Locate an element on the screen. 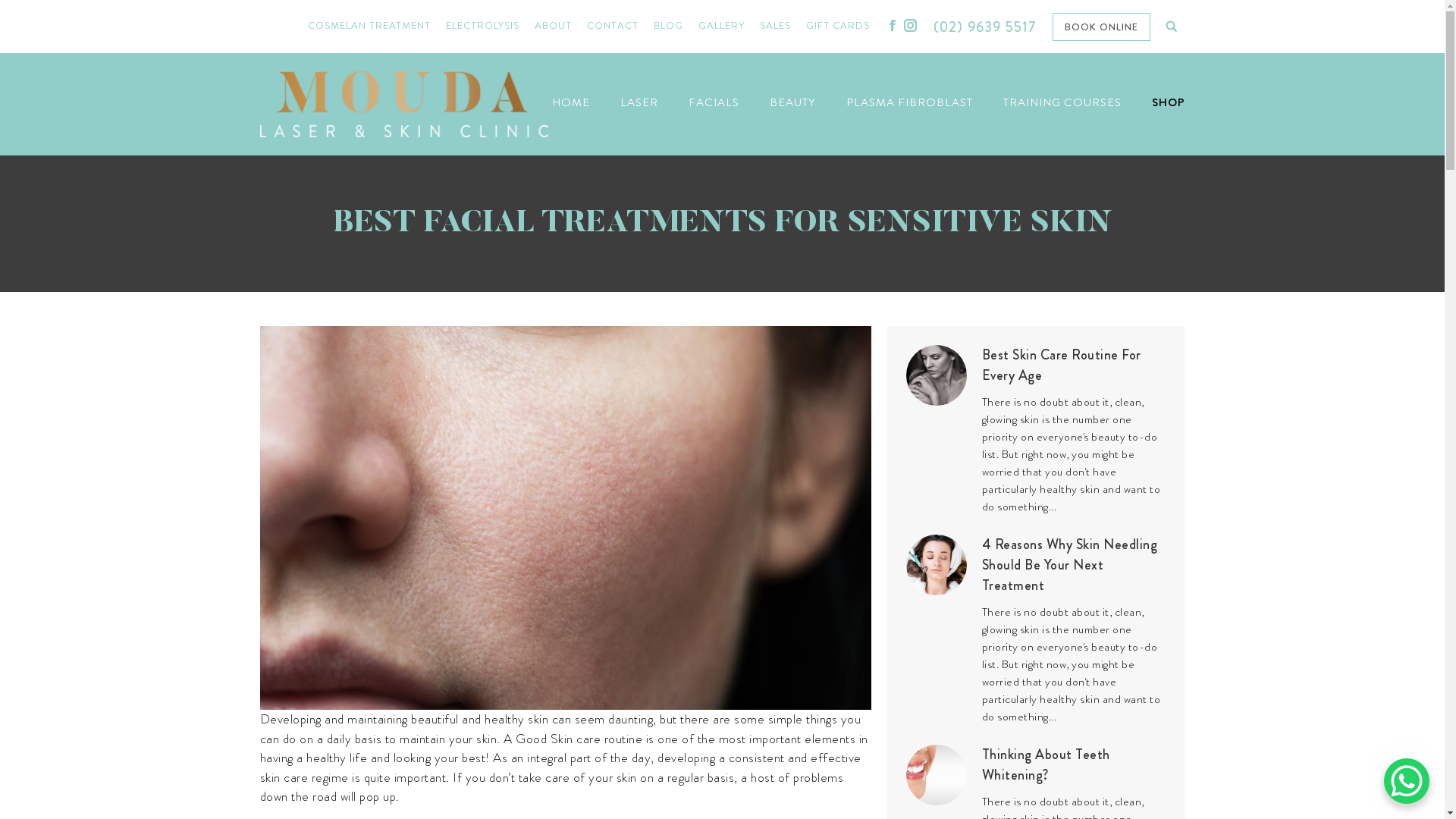 The image size is (1456, 819). 'Instagram' is located at coordinates (910, 25).